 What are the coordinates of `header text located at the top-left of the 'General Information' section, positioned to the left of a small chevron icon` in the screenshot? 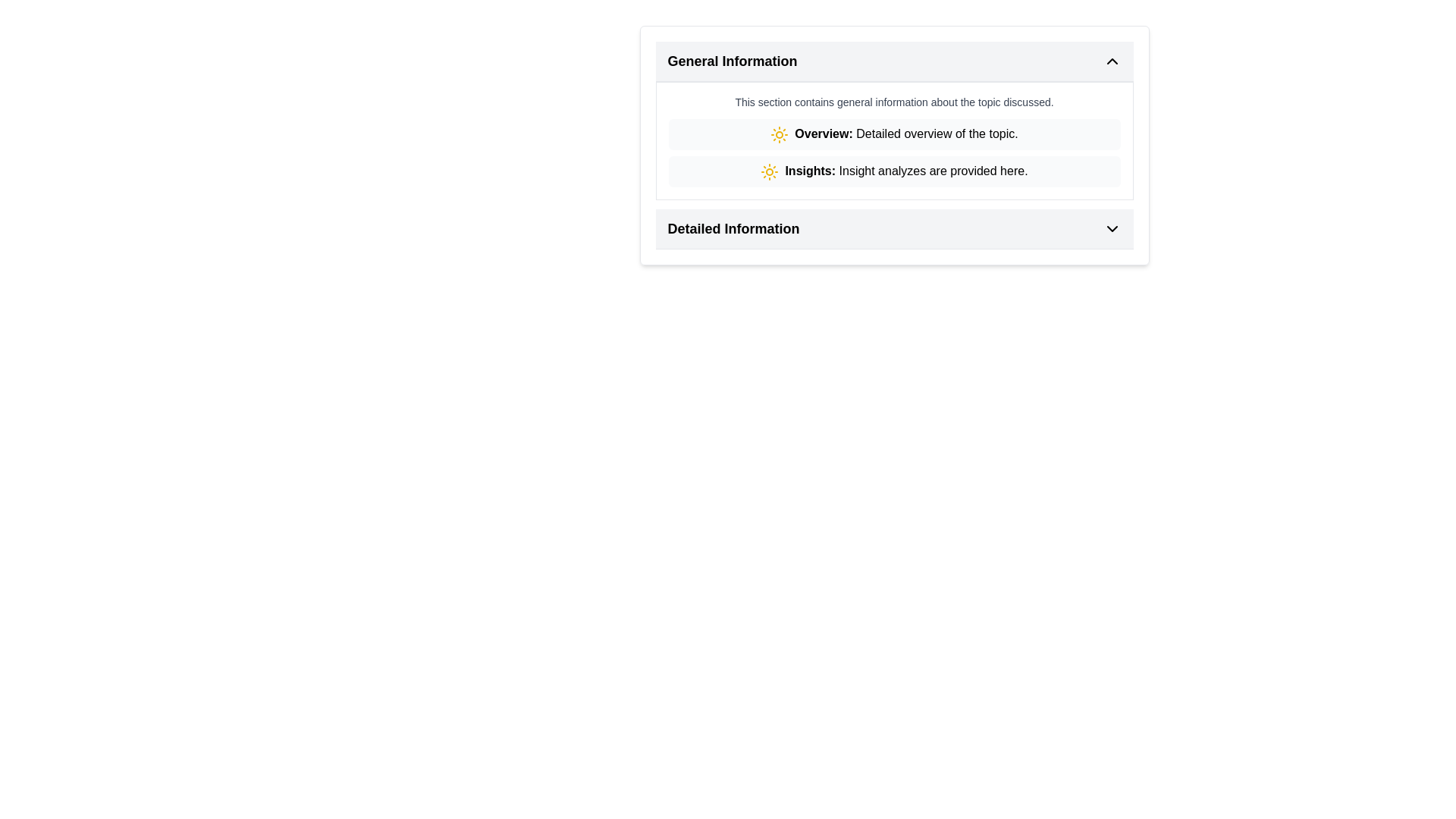 It's located at (732, 61).